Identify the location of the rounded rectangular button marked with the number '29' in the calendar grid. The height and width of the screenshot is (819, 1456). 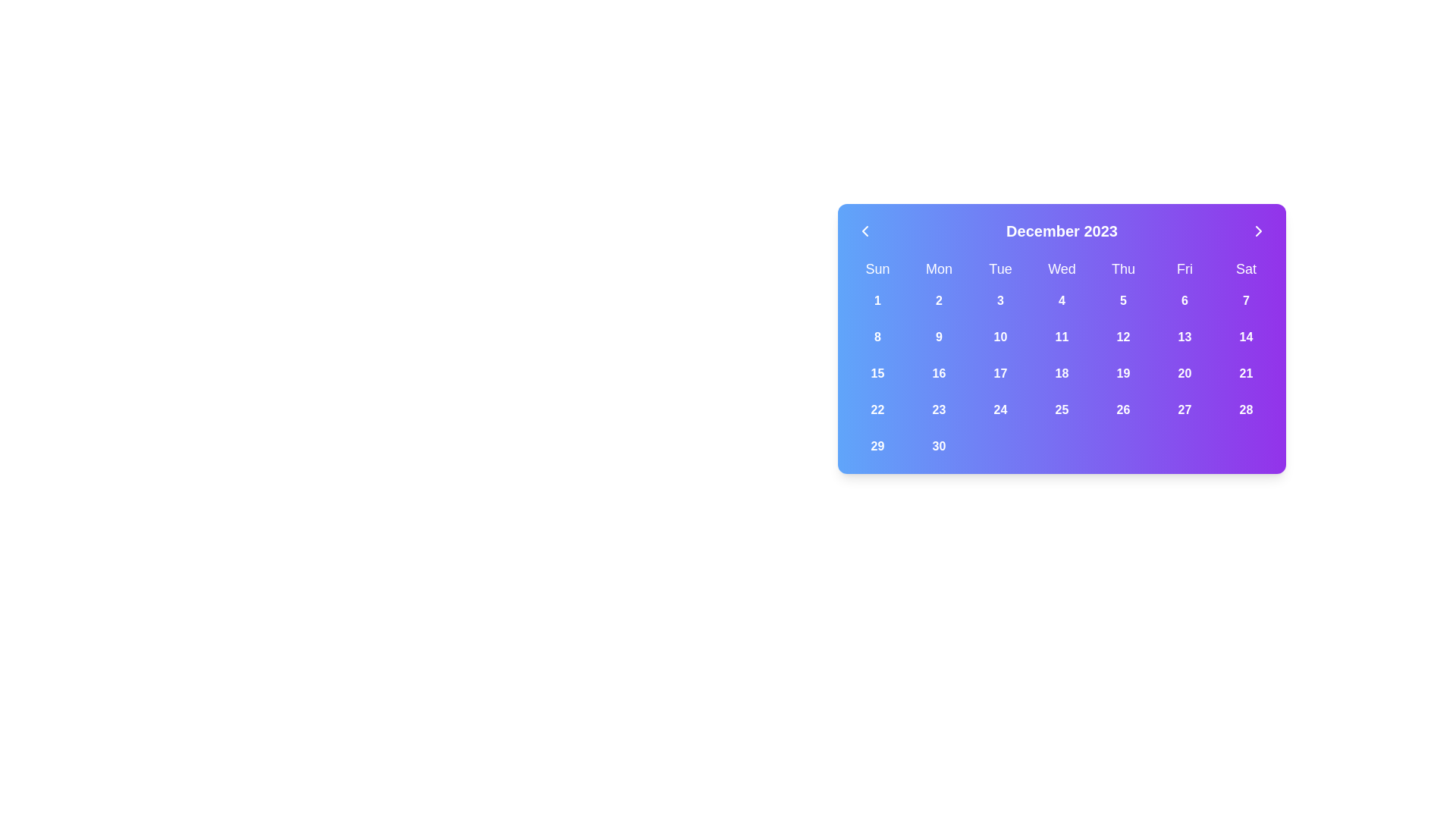
(877, 446).